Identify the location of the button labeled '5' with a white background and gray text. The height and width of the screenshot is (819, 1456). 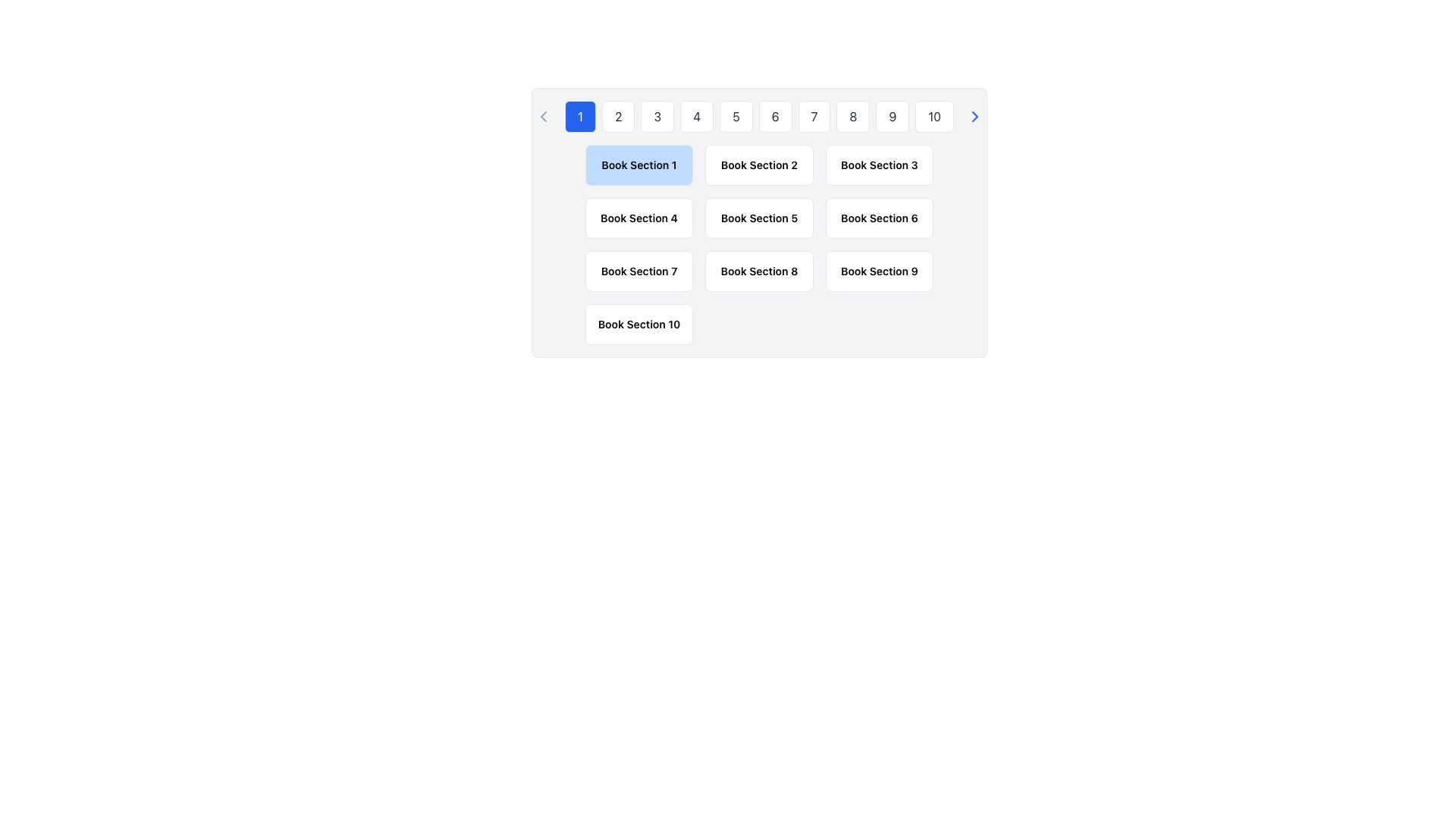
(736, 116).